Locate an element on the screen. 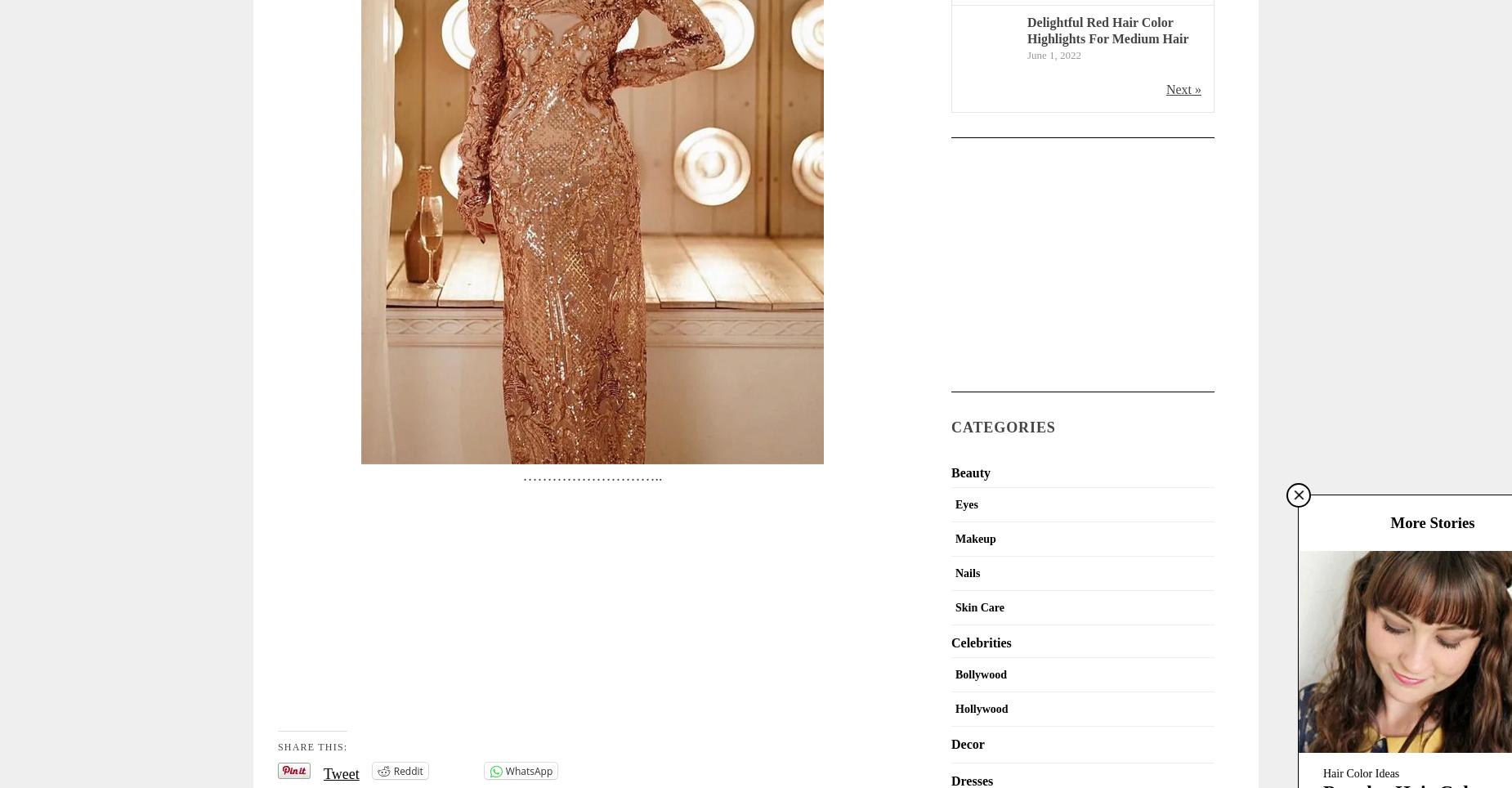 Image resolution: width=1512 pixels, height=788 pixels. 'Decor' is located at coordinates (967, 742).